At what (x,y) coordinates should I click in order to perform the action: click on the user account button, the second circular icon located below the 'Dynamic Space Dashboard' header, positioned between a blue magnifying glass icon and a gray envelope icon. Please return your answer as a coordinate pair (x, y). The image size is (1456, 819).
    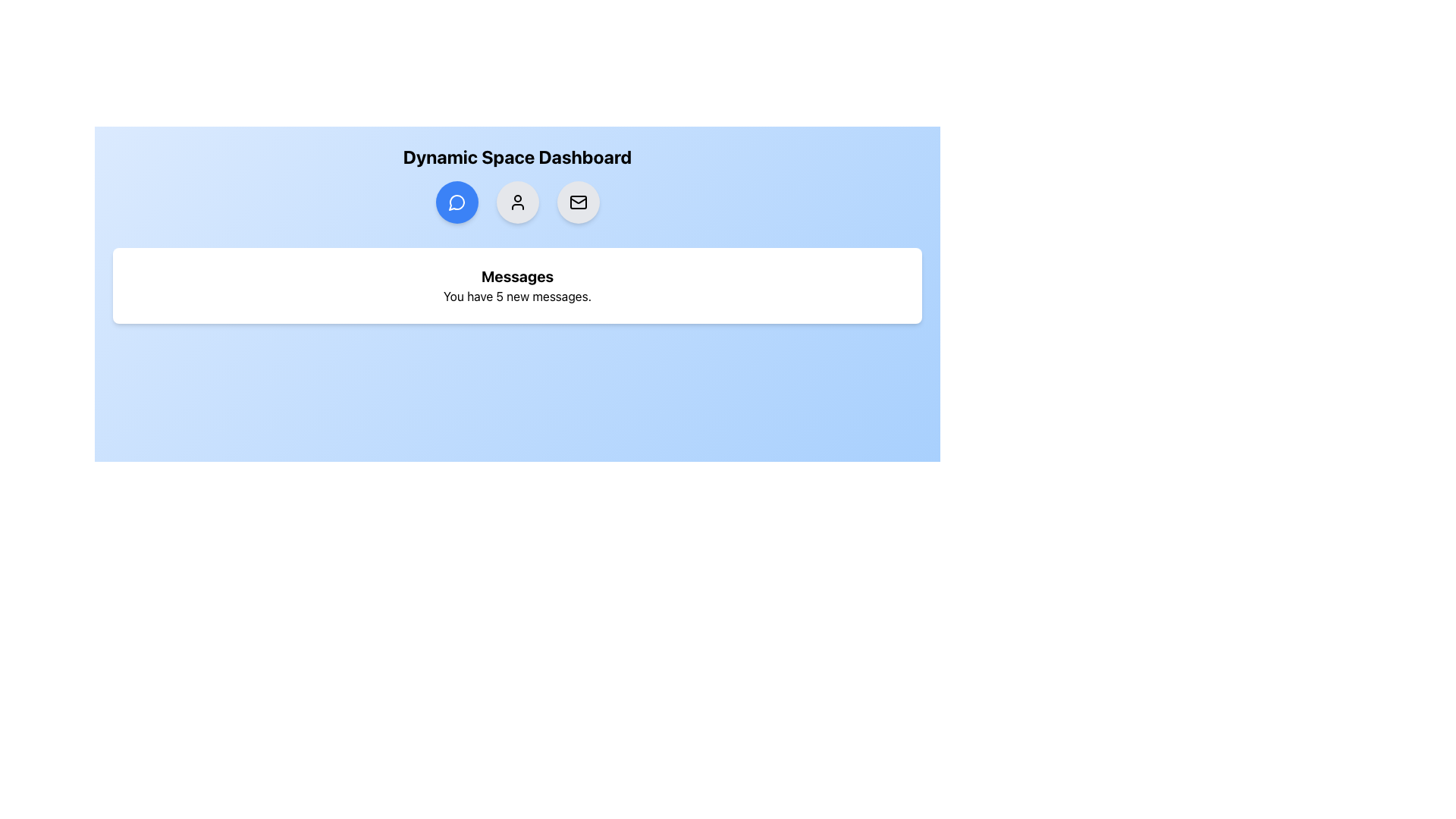
    Looking at the image, I should click on (517, 201).